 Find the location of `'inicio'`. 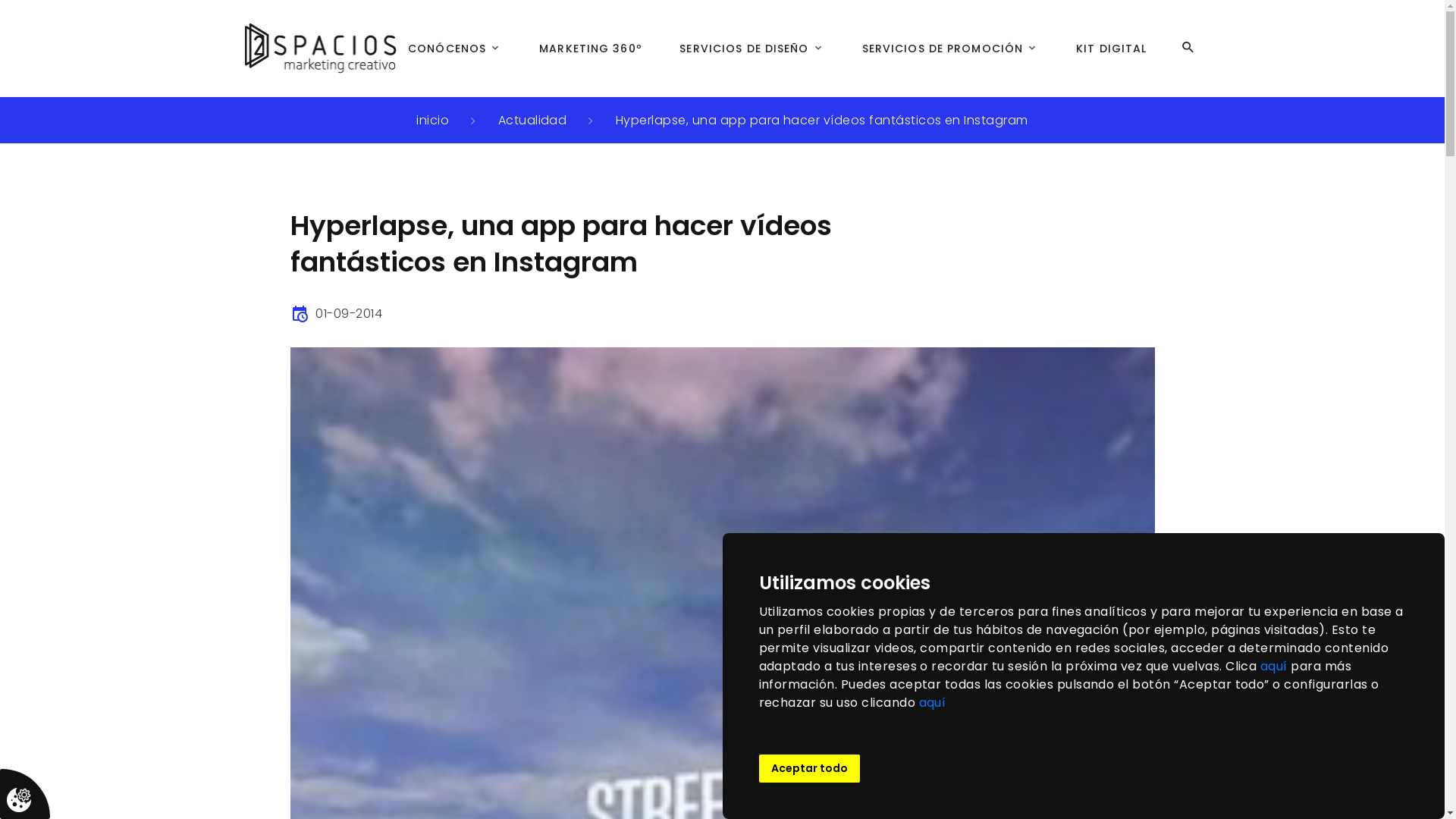

'inicio' is located at coordinates (431, 119).